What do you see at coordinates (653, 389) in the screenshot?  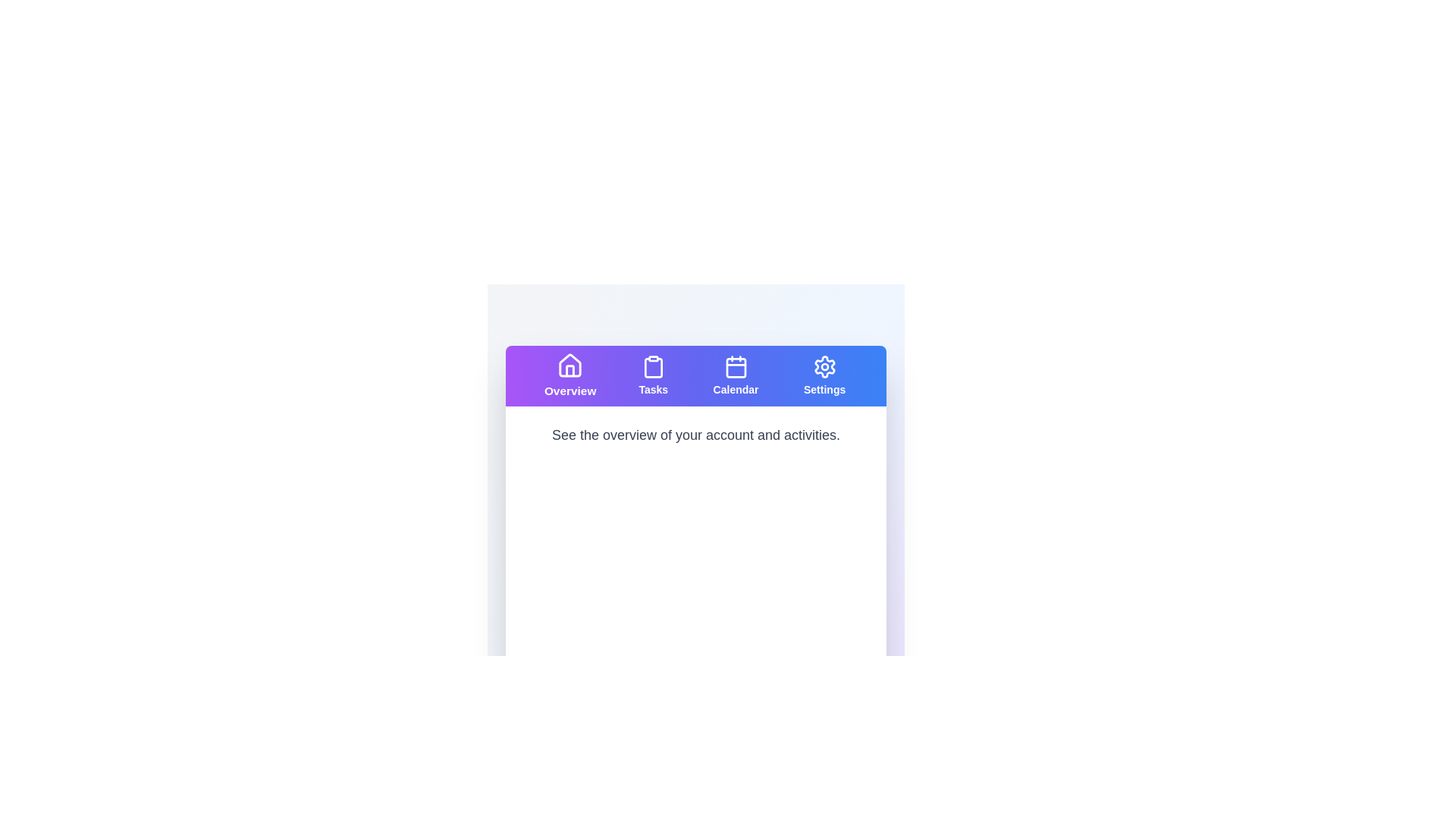 I see `the 'Tasks' navigational label located below the clipboard icon in the top center of the application interface` at bounding box center [653, 389].